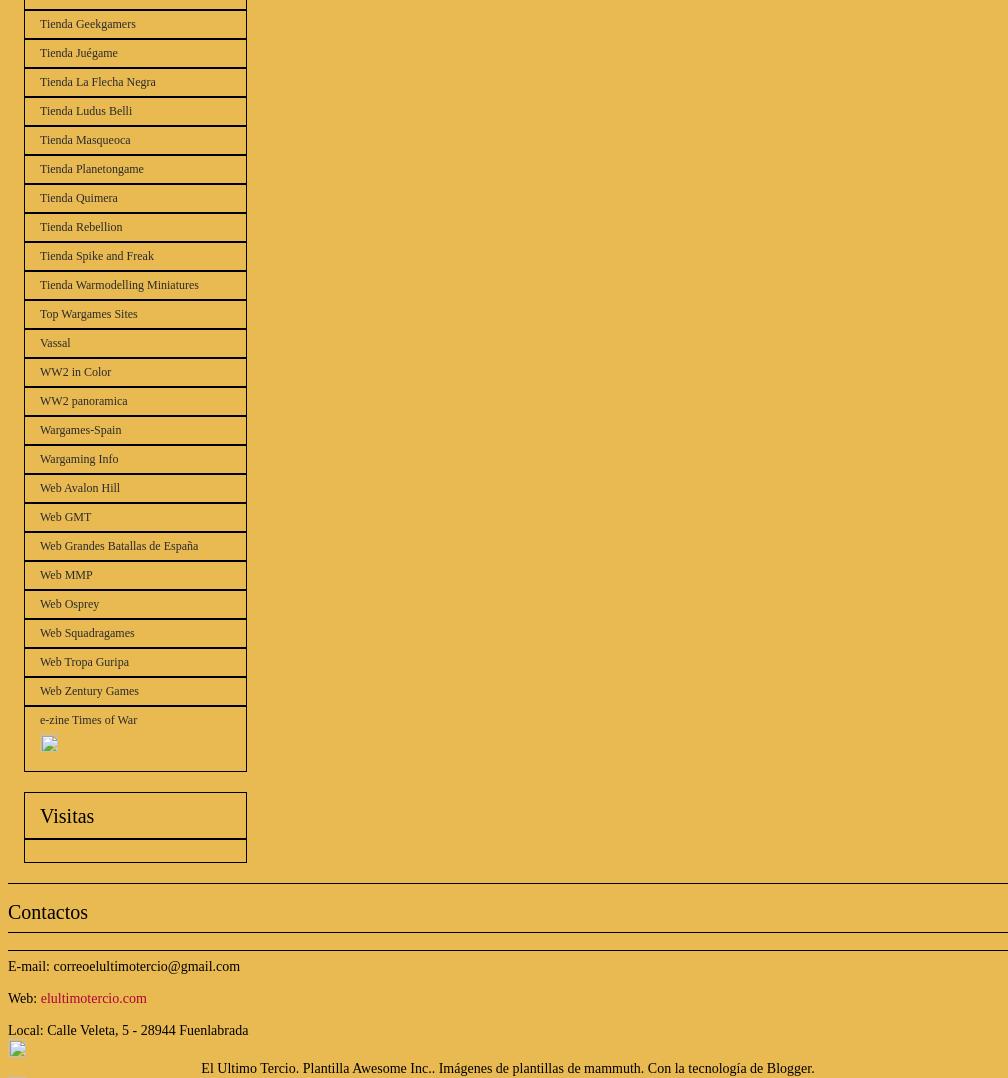 Image resolution: width=1008 pixels, height=1078 pixels. I want to click on 'Local: Calle Veleta, 5 - 28944 Fuenlabrada', so click(7, 1028).